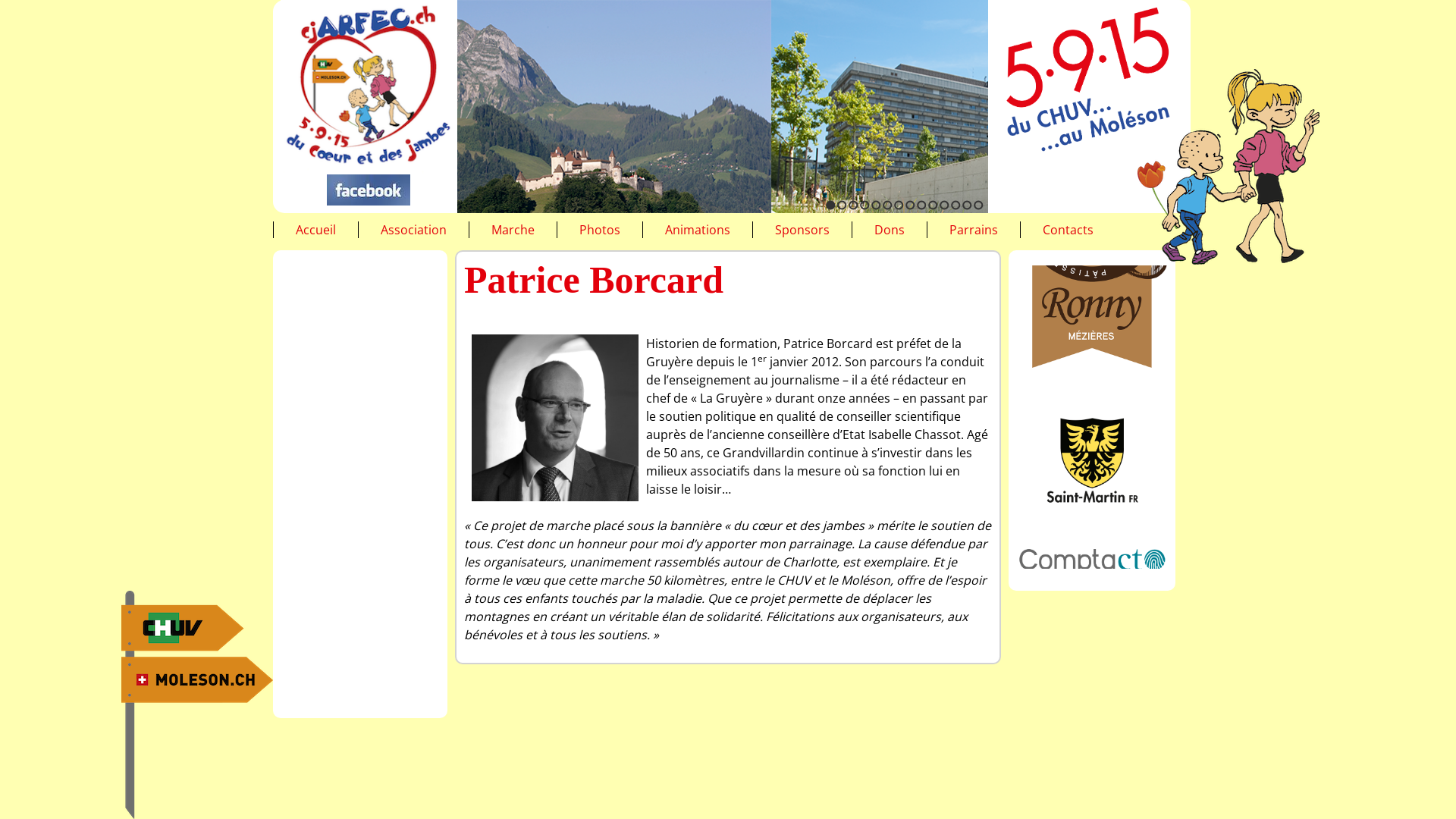 The height and width of the screenshot is (819, 1456). What do you see at coordinates (853, 205) in the screenshot?
I see `'3'` at bounding box center [853, 205].